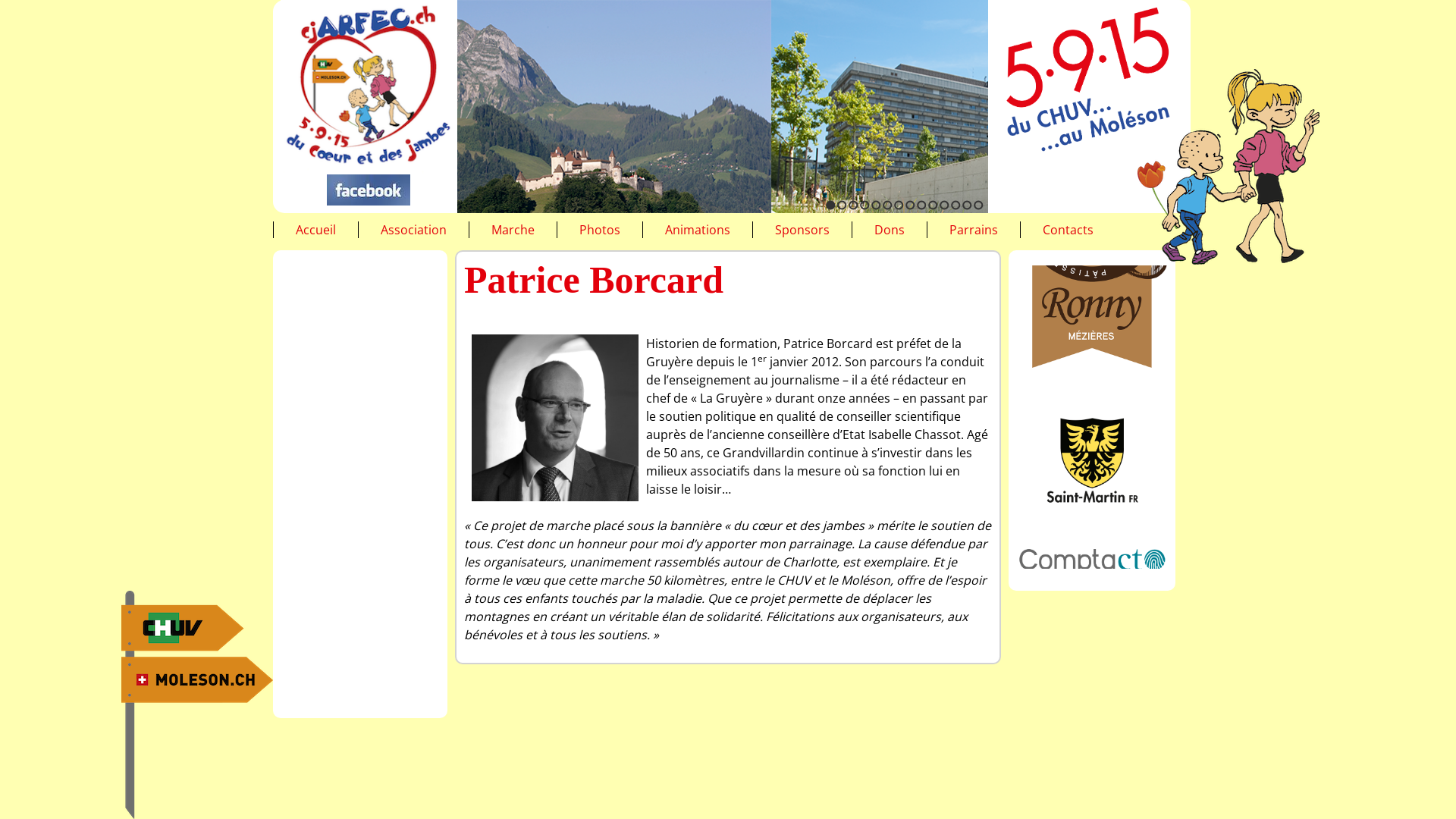 The height and width of the screenshot is (819, 1456). What do you see at coordinates (853, 205) in the screenshot?
I see `'3'` at bounding box center [853, 205].